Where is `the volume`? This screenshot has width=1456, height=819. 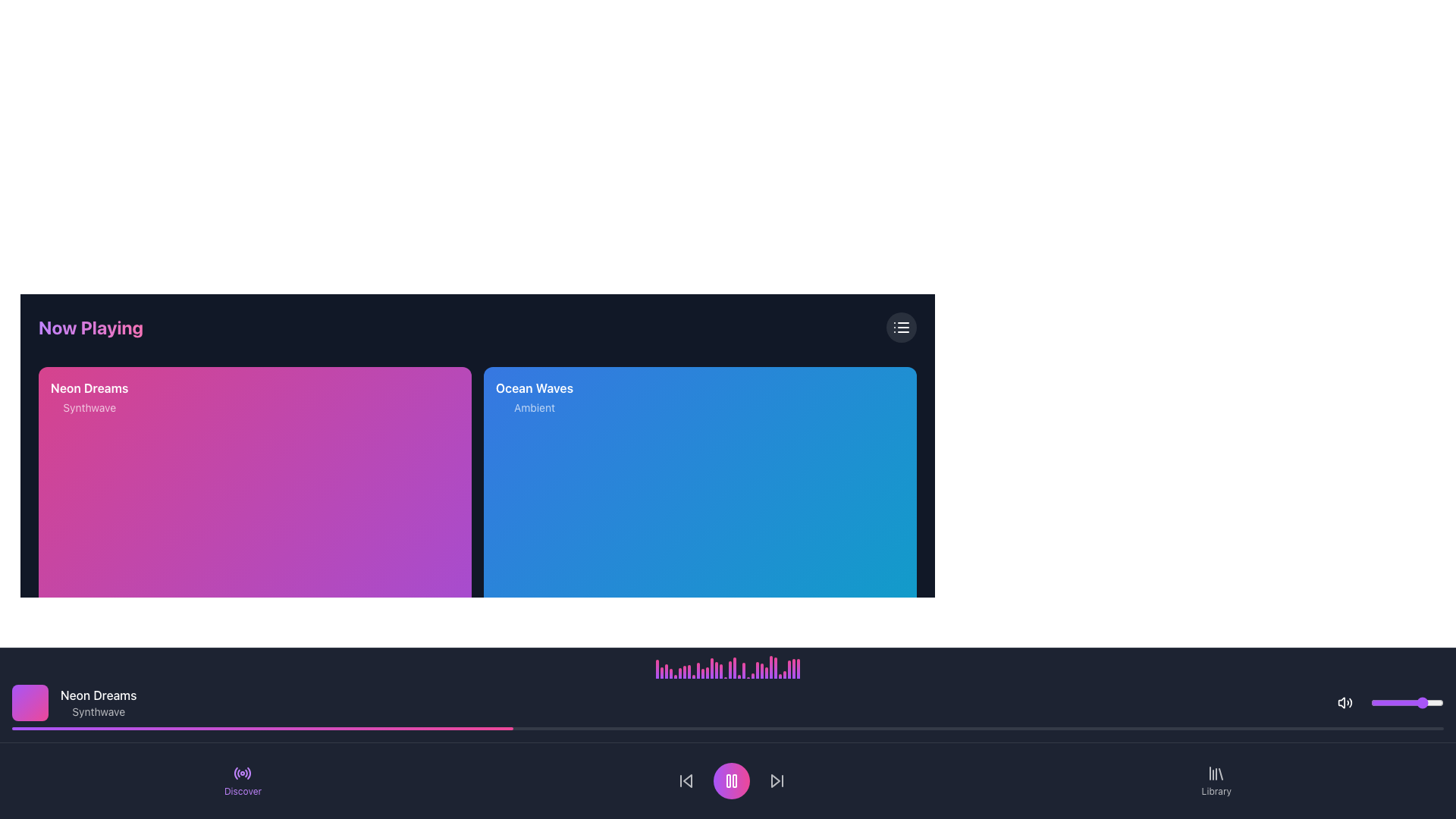
the volume is located at coordinates (1385, 702).